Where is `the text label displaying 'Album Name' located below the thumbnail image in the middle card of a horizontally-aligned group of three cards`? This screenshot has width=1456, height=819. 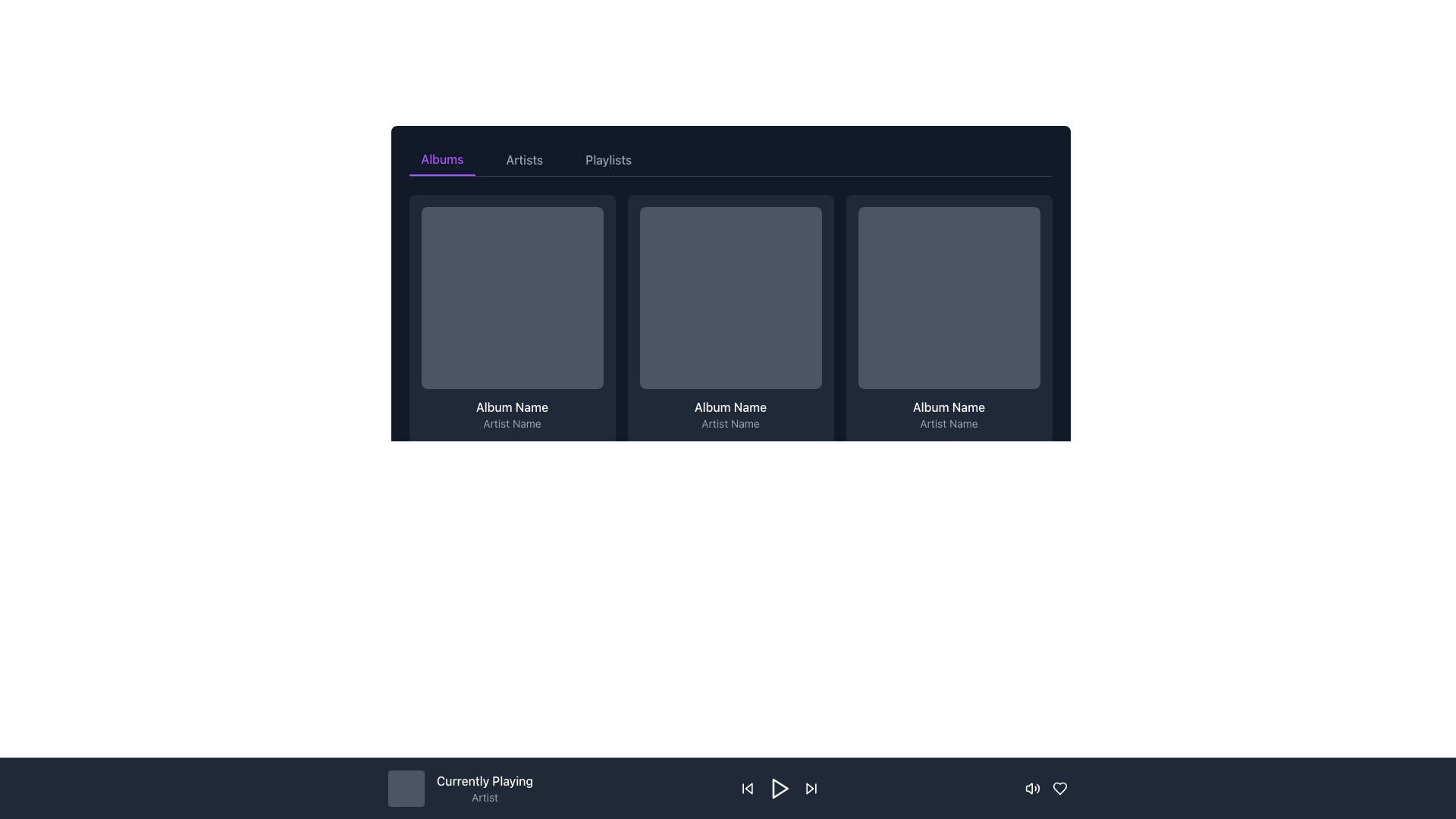
the text label displaying 'Album Name' located below the thumbnail image in the middle card of a horizontally-aligned group of three cards is located at coordinates (730, 406).